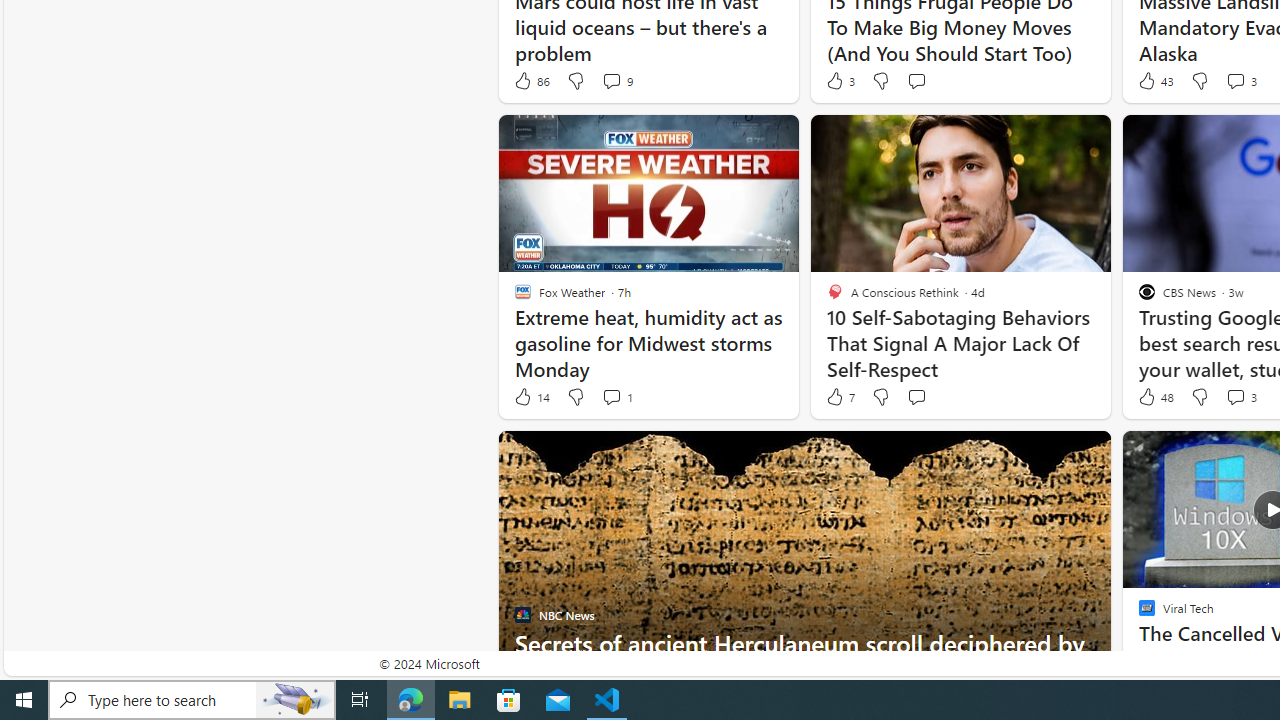  Describe the element at coordinates (615, 80) in the screenshot. I see `'View comments 9 Comment'` at that location.